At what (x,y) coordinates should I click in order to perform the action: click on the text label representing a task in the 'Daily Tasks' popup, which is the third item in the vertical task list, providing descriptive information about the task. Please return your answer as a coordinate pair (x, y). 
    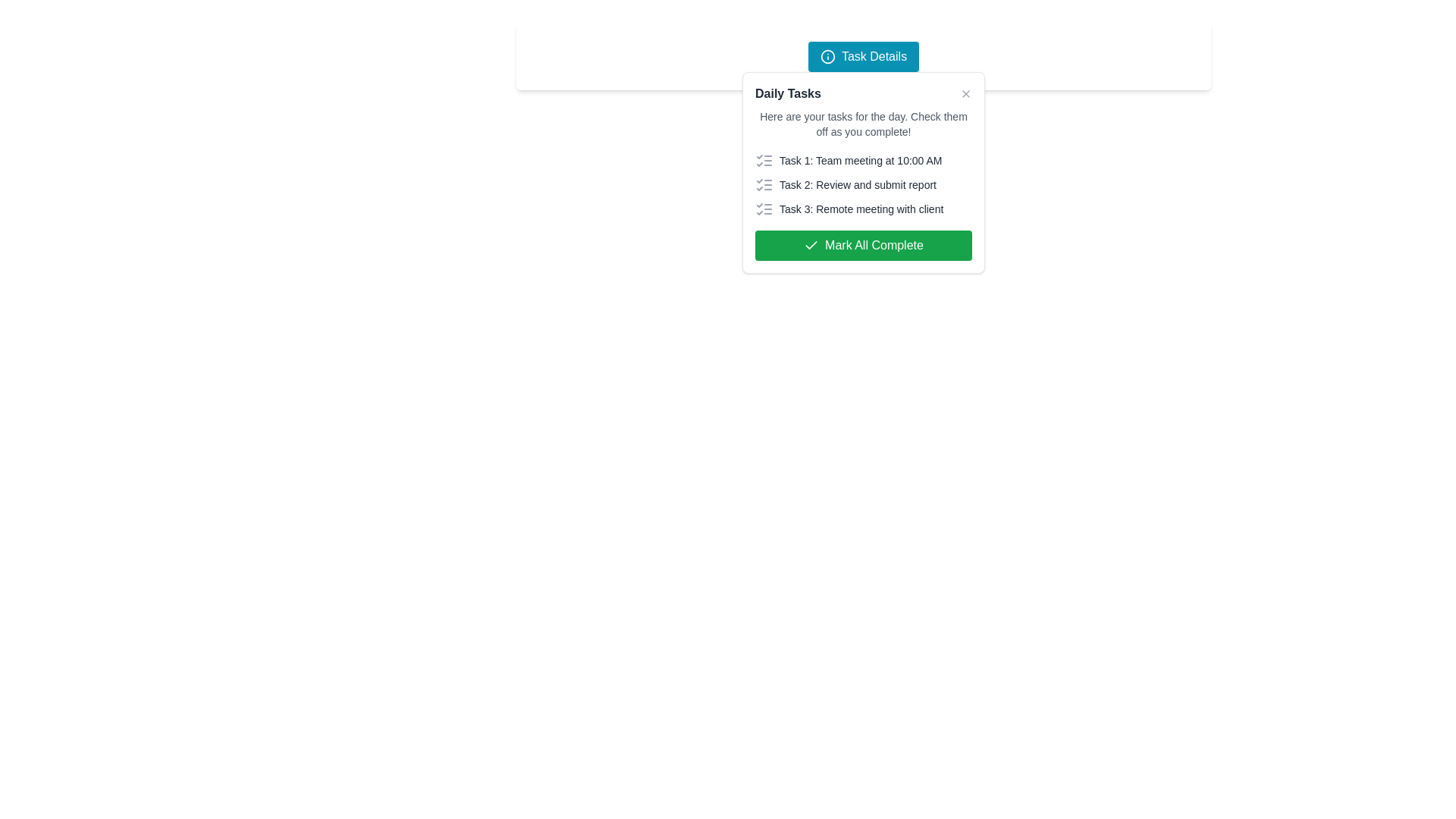
    Looking at the image, I should click on (863, 209).